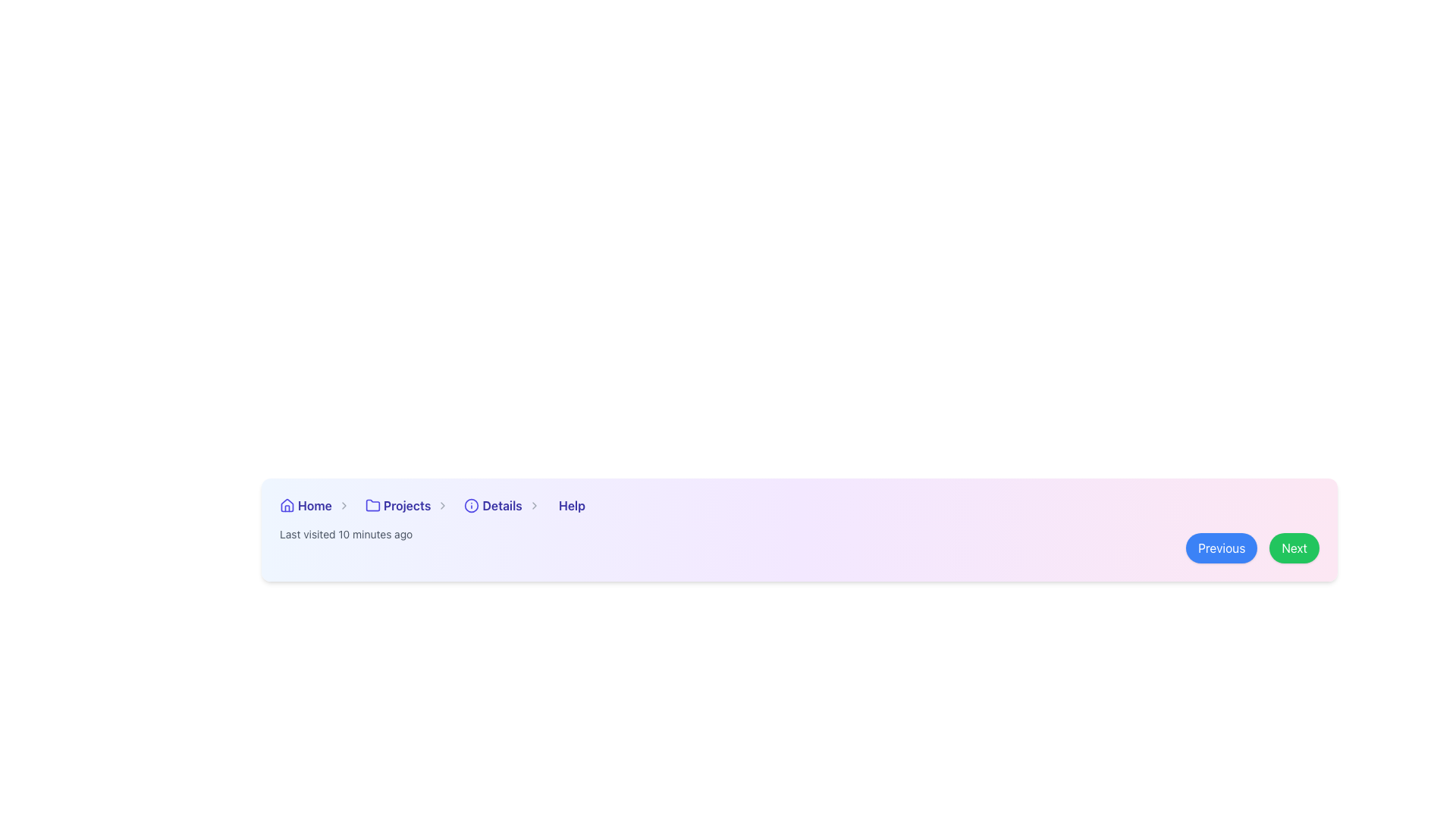 This screenshot has height=819, width=1456. I want to click on the indigo folder icon located in the breadcrumb navigation section, positioned next to the 'Projects' item, so click(372, 505).